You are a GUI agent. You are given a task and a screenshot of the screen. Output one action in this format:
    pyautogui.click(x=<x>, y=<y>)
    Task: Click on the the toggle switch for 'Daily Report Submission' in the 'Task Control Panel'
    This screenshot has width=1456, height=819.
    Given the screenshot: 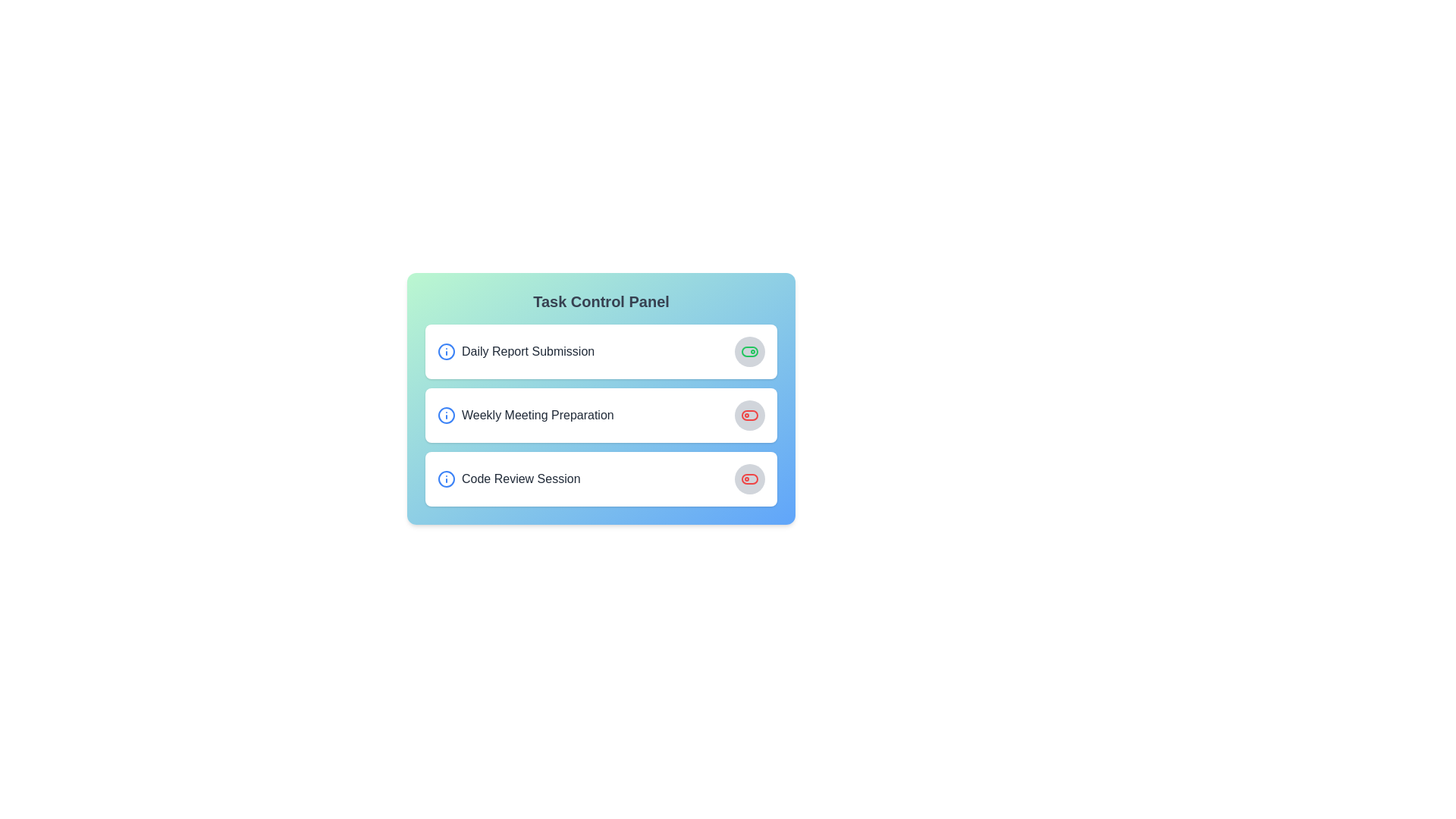 What is the action you would take?
    pyautogui.click(x=749, y=351)
    